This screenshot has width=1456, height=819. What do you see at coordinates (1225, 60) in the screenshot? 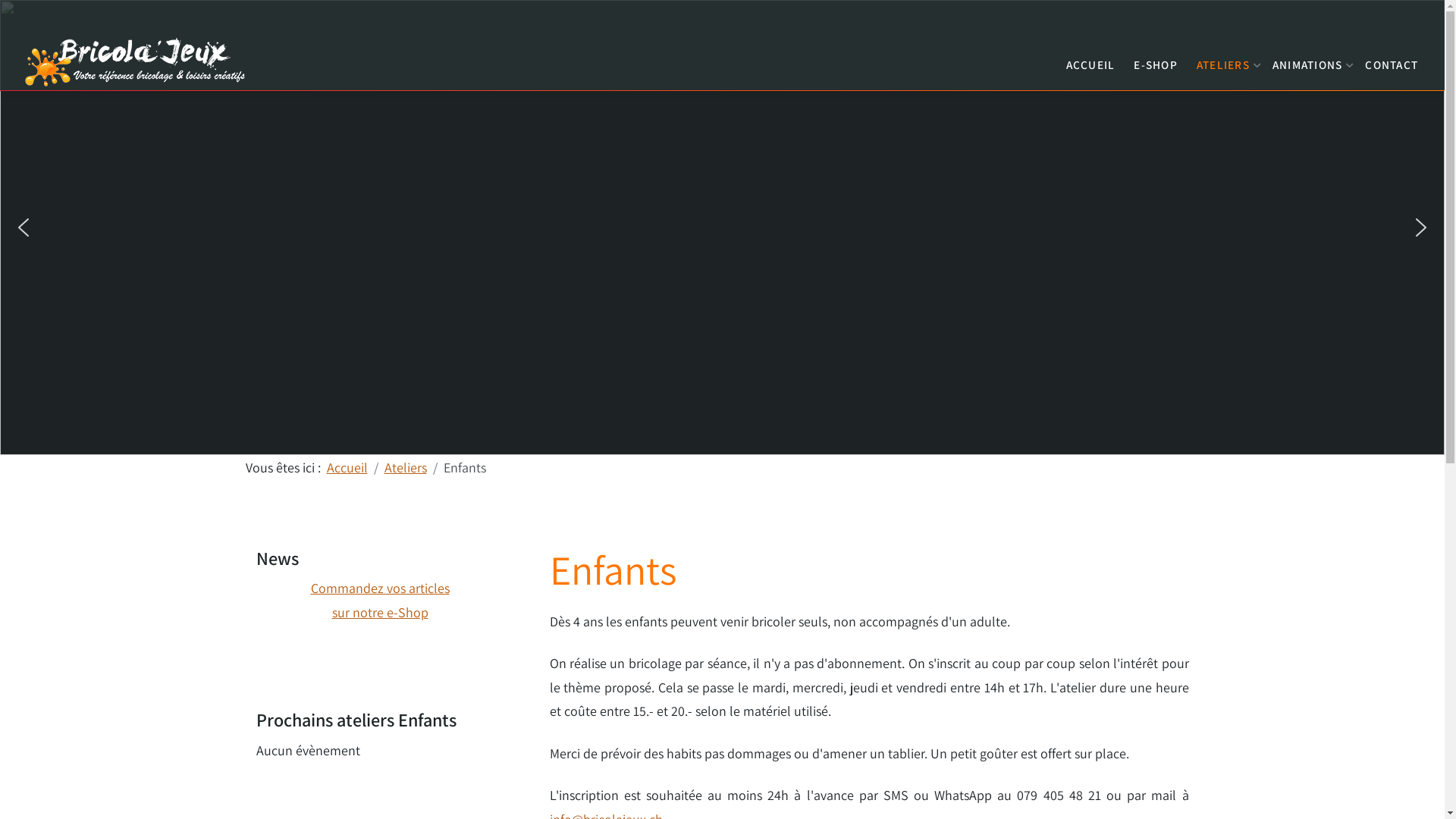
I see `'ATELIERS'` at bounding box center [1225, 60].